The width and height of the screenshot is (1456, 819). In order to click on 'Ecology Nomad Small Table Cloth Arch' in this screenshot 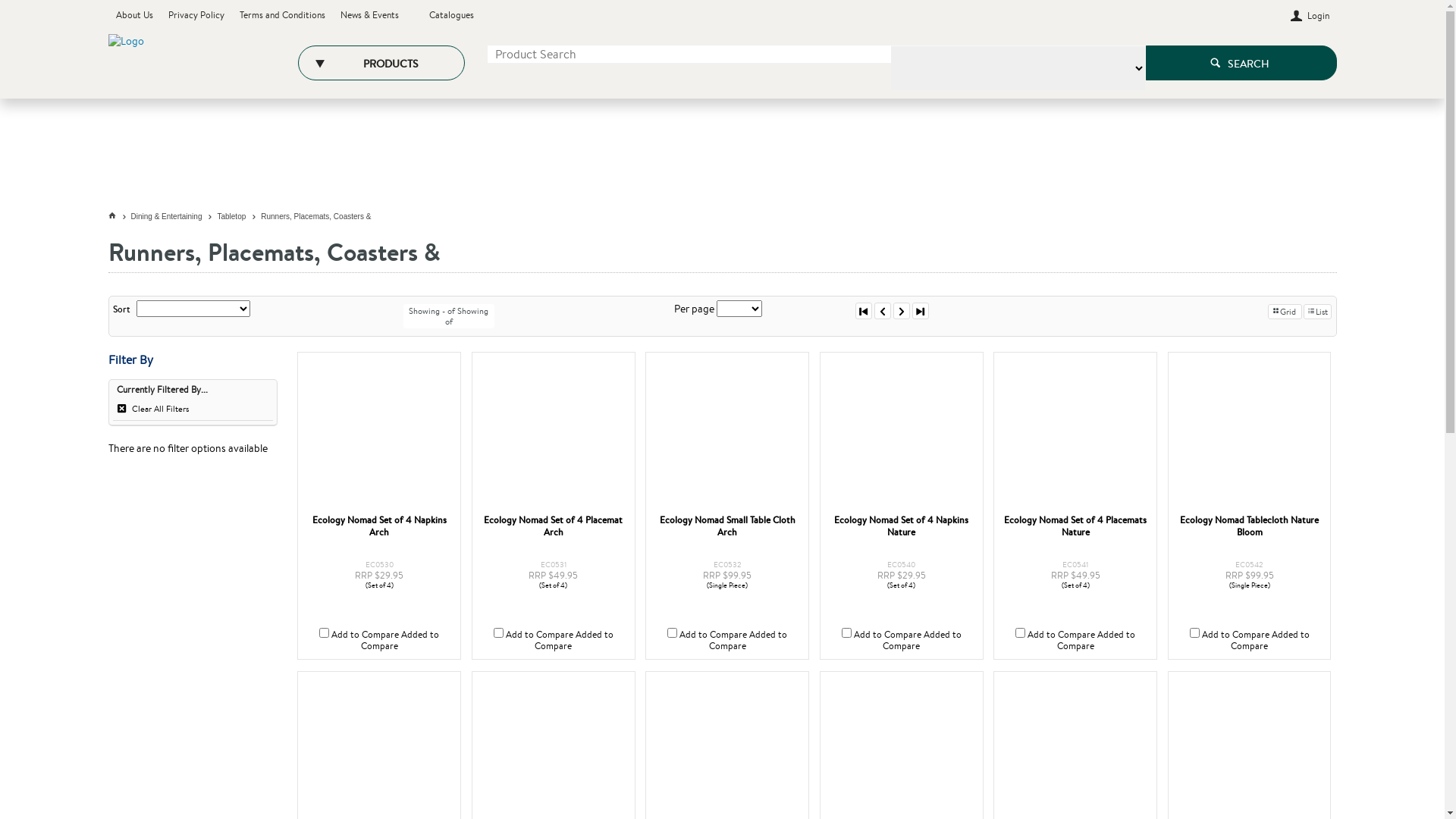, I will do `click(726, 433)`.